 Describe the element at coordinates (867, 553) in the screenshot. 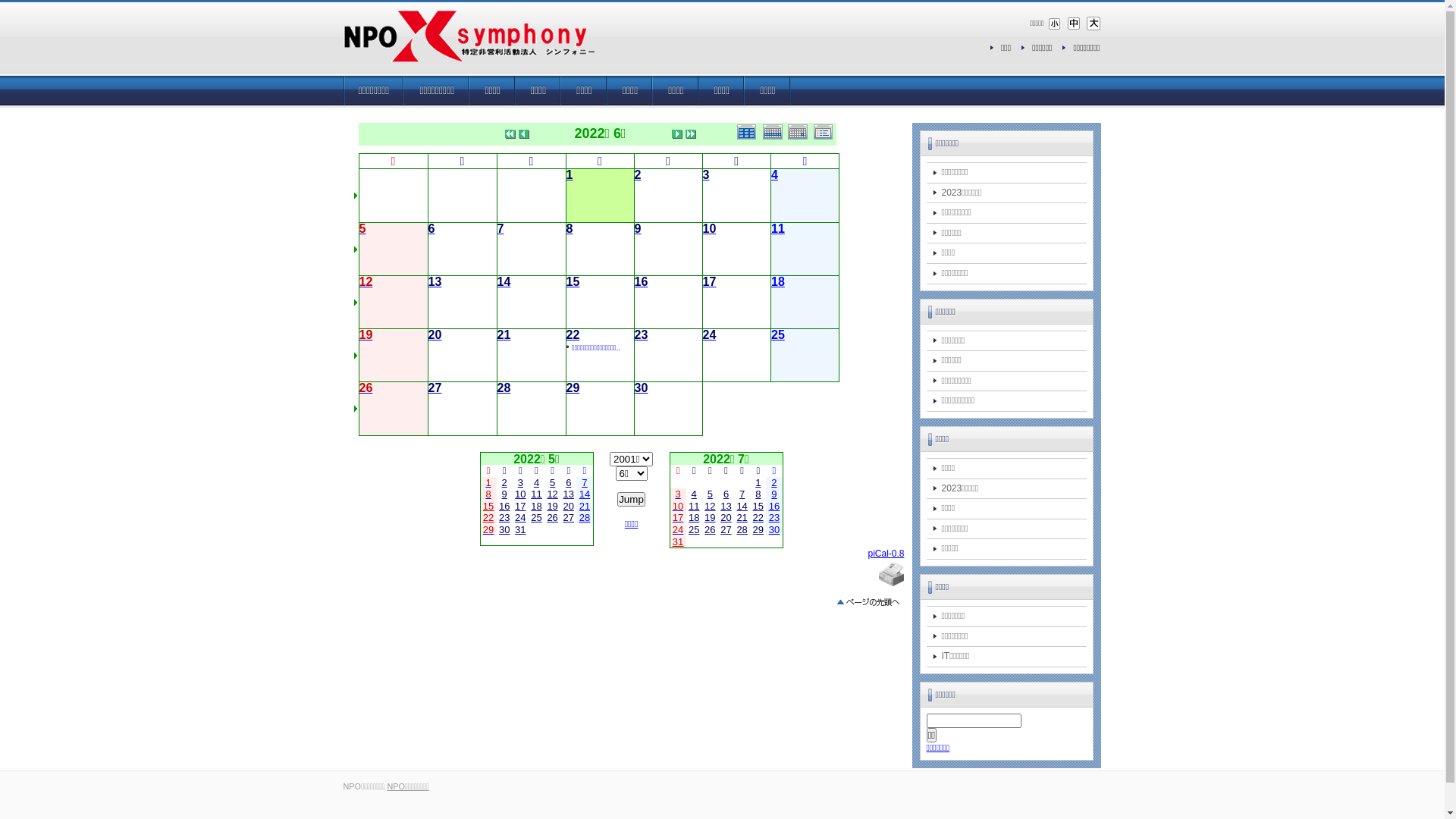

I see `'piCal-0.8'` at that location.